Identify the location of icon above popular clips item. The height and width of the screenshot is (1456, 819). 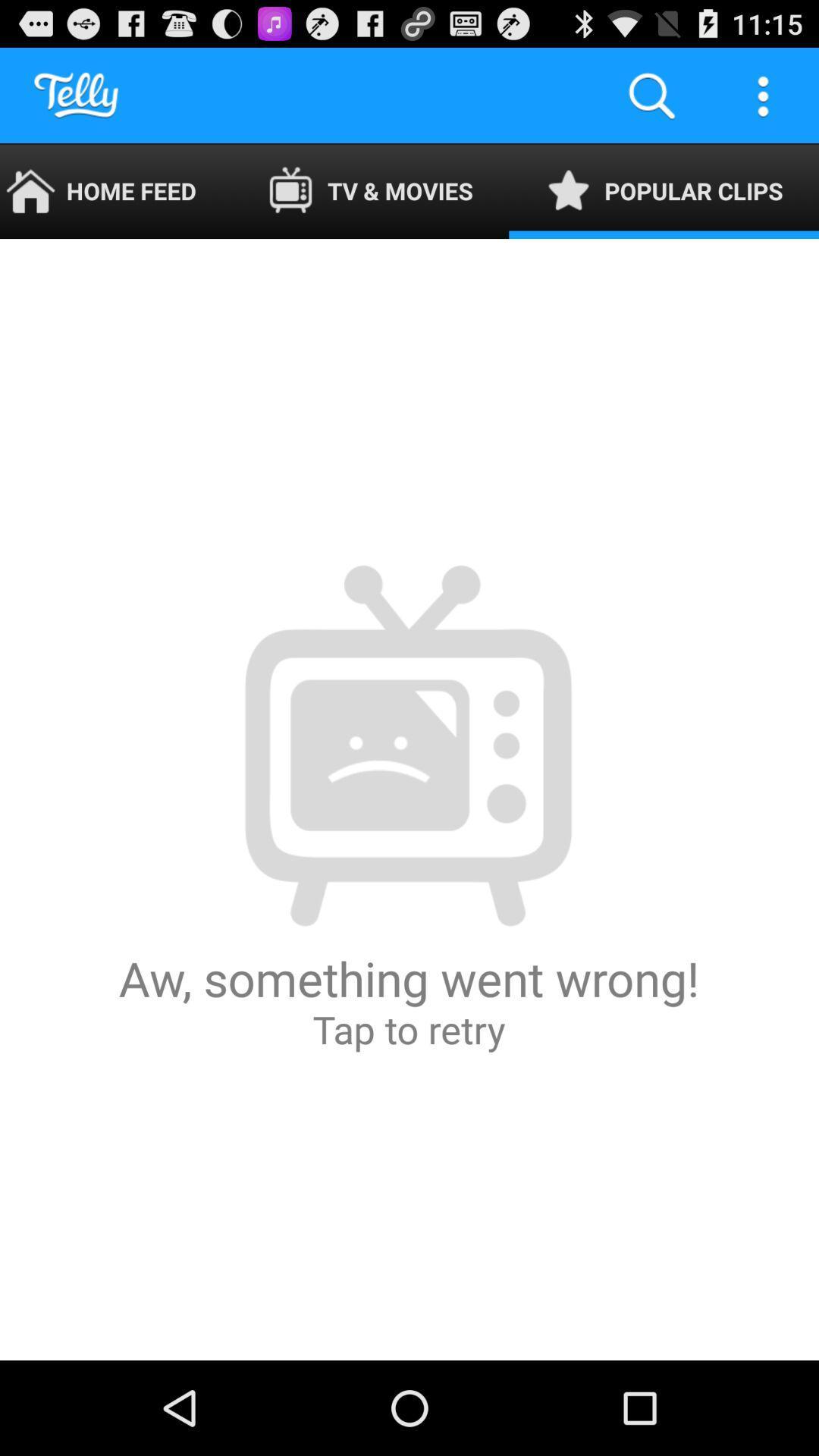
(651, 94).